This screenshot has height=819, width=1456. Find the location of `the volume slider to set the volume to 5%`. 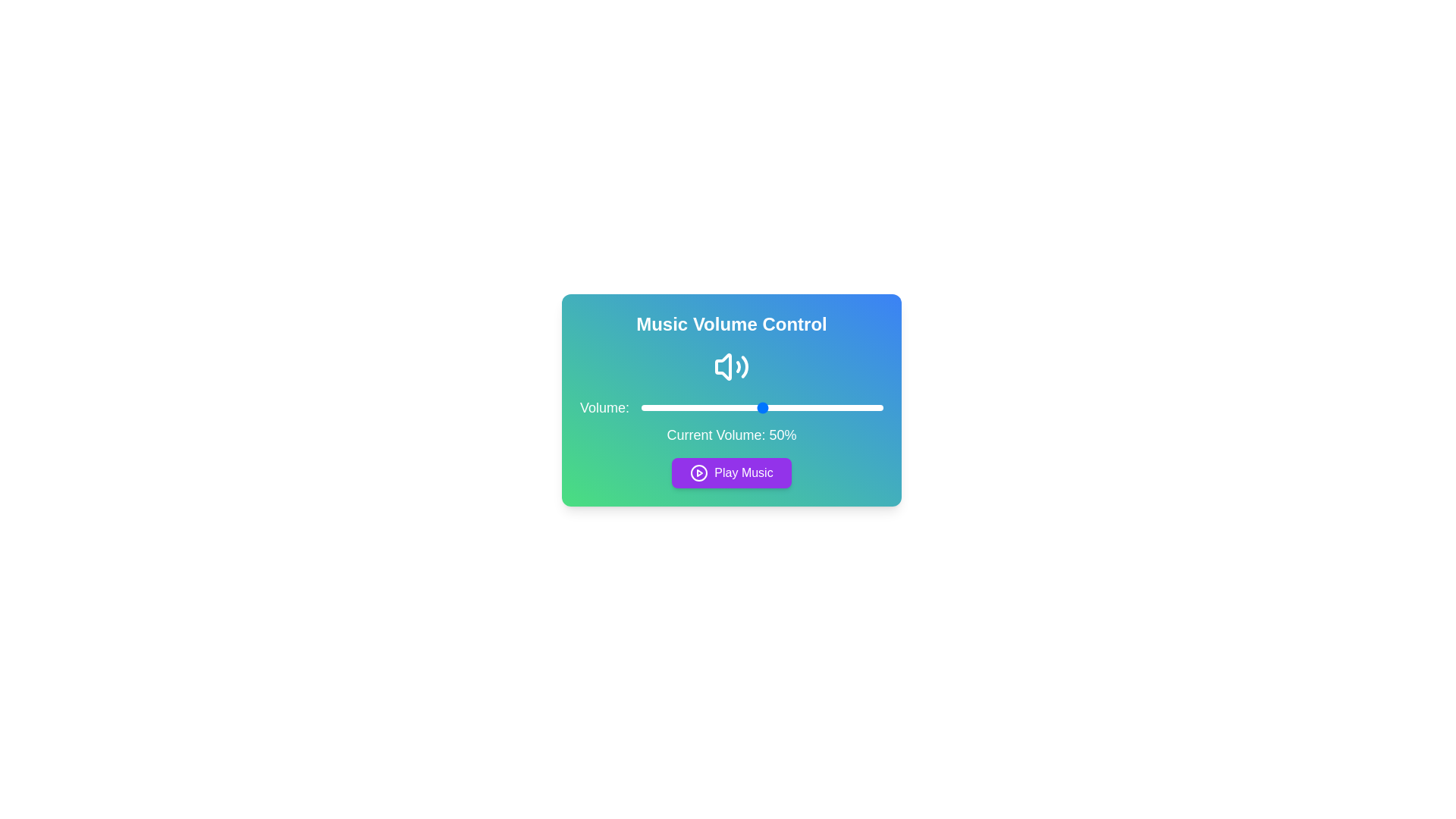

the volume slider to set the volume to 5% is located at coordinates (654, 406).